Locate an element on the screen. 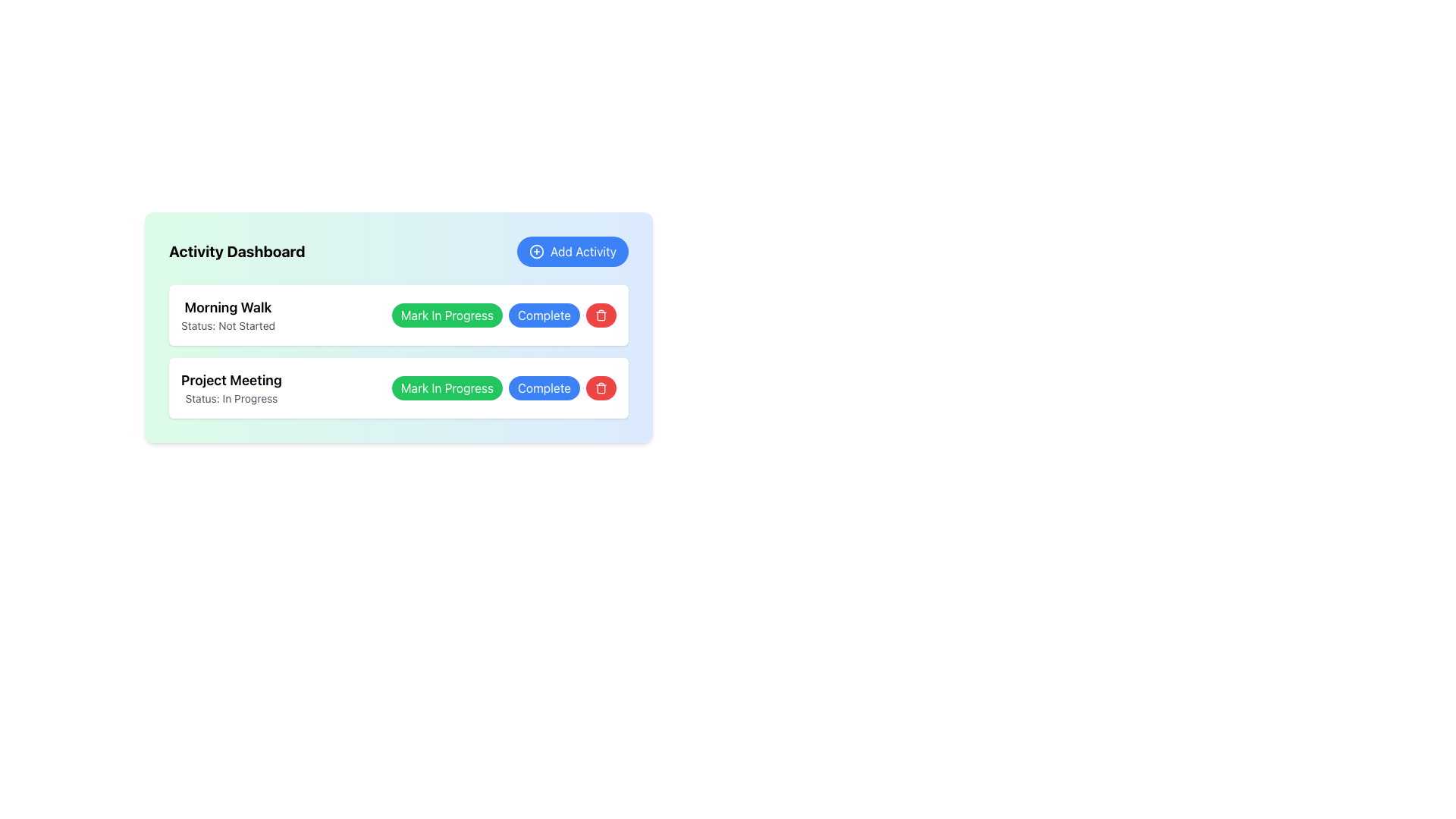  the first actionable button in the horizontal group of three buttons in the Activity Dashboard is located at coordinates (446, 315).